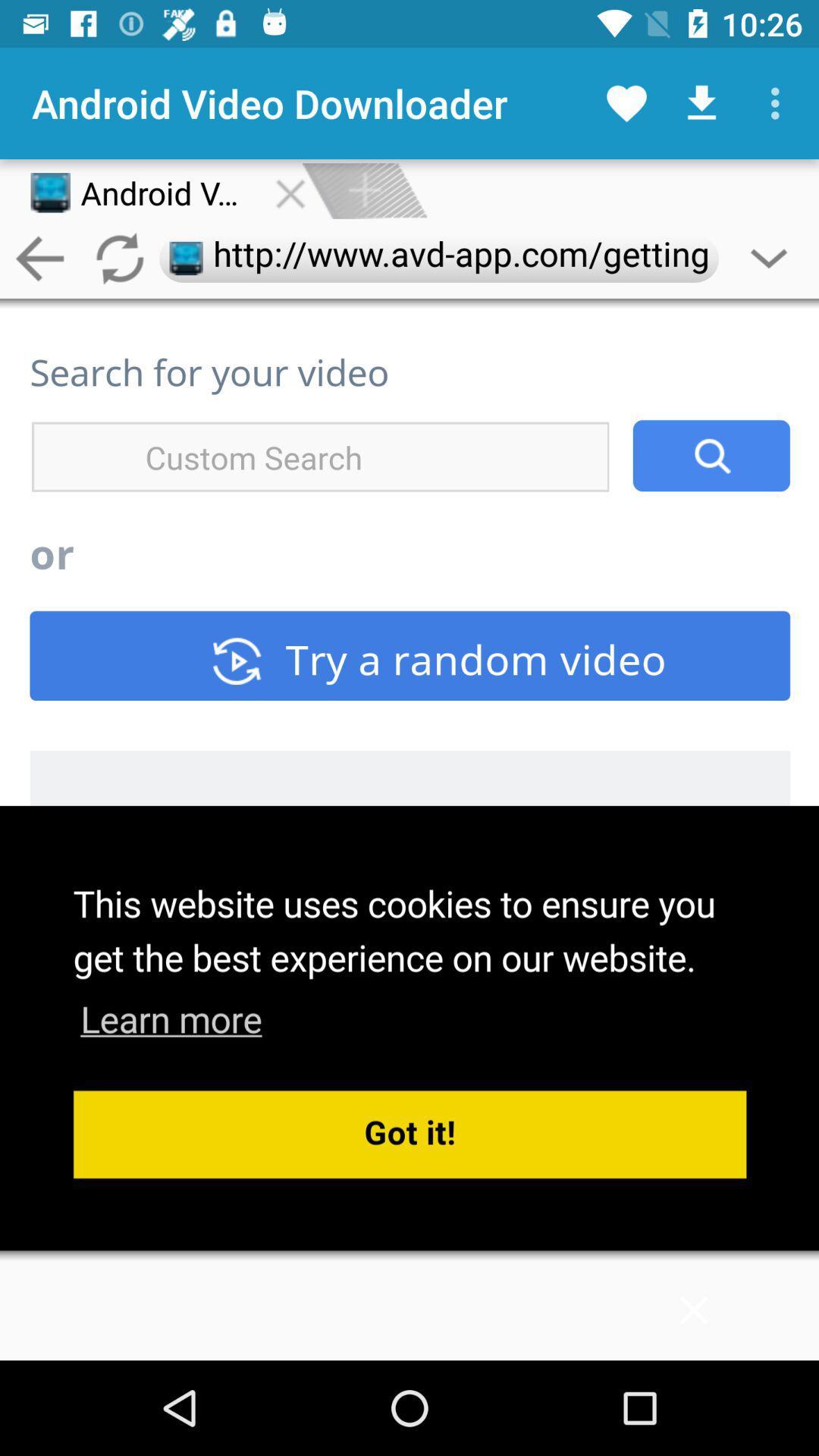 Image resolution: width=819 pixels, height=1456 pixels. I want to click on the close button, so click(290, 190).